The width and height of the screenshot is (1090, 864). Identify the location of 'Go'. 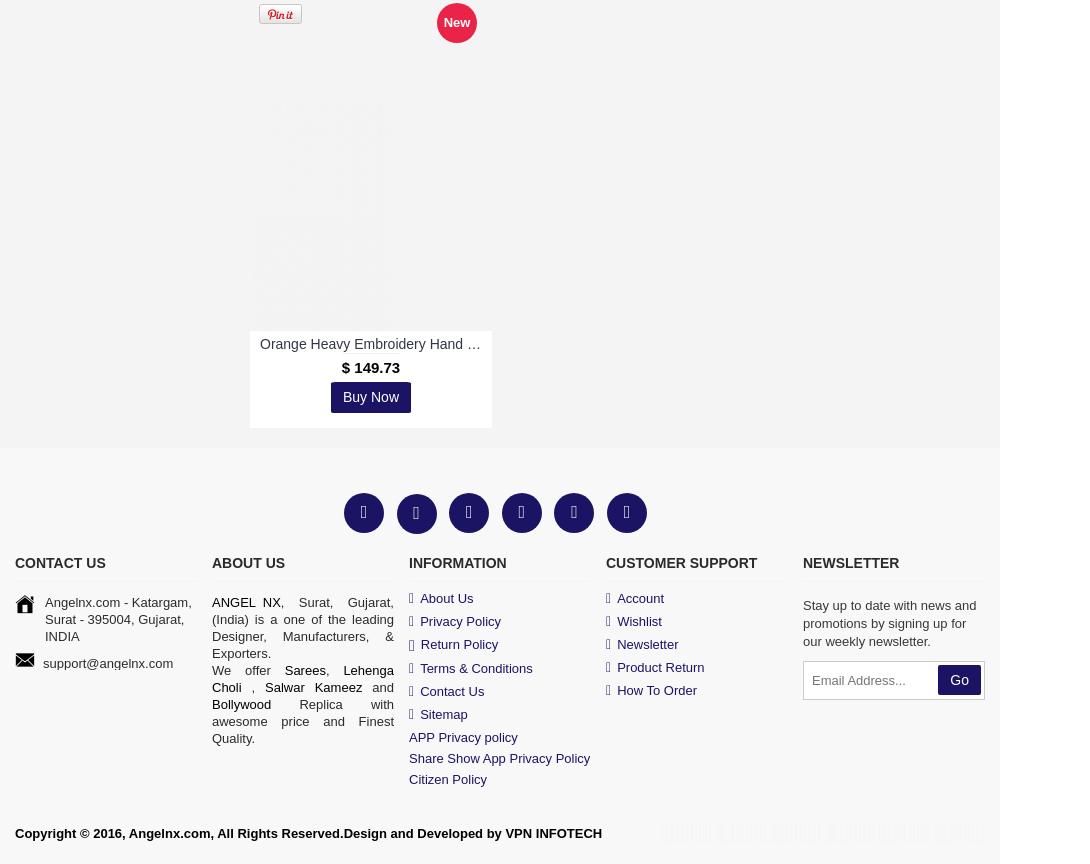
(949, 679).